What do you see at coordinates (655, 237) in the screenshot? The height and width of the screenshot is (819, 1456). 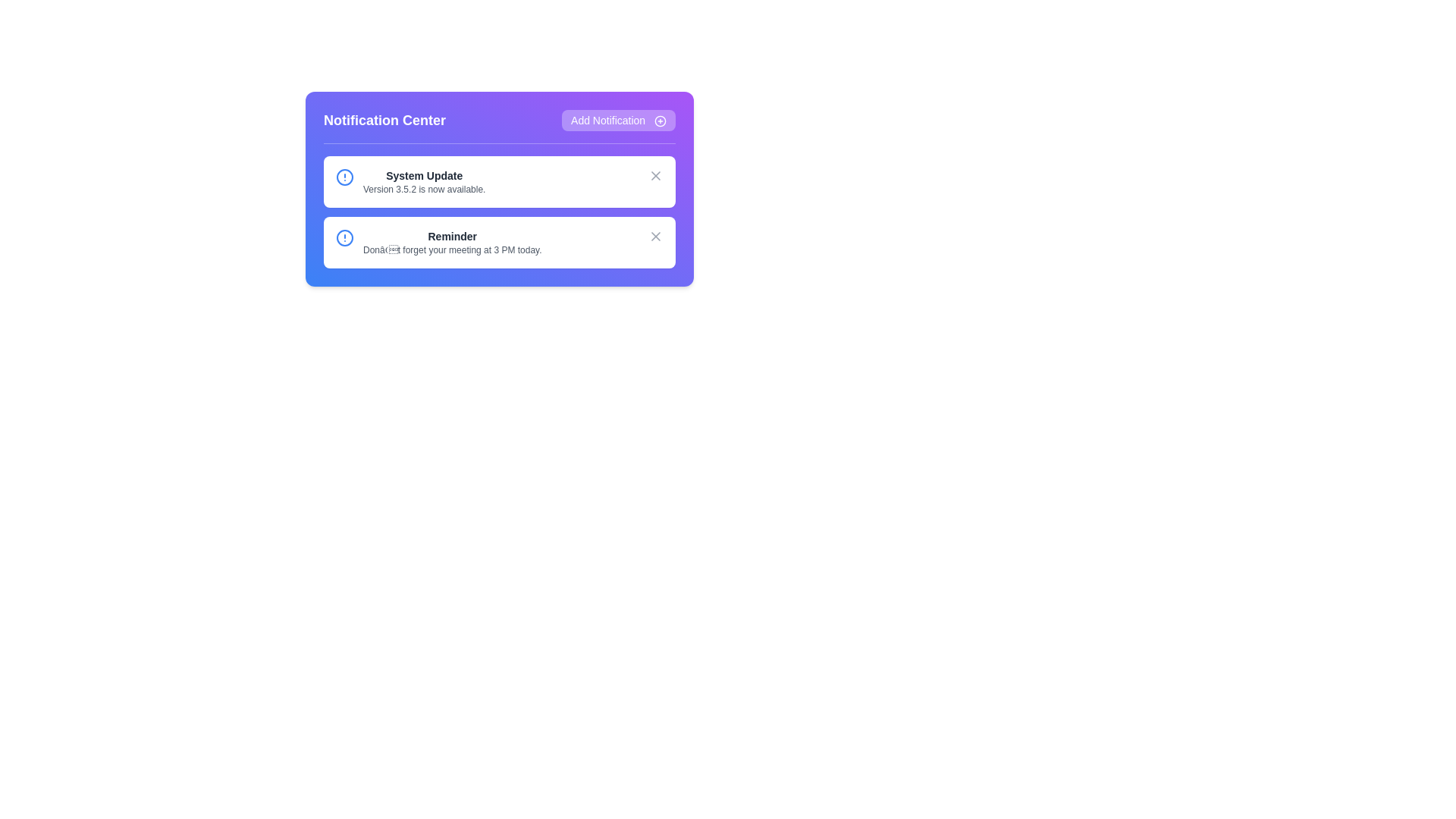 I see `the dismiss button of the 'Reminder' notification that contains the text 'Don’t forget your meeting at 3 PM today' to change its color` at bounding box center [655, 237].